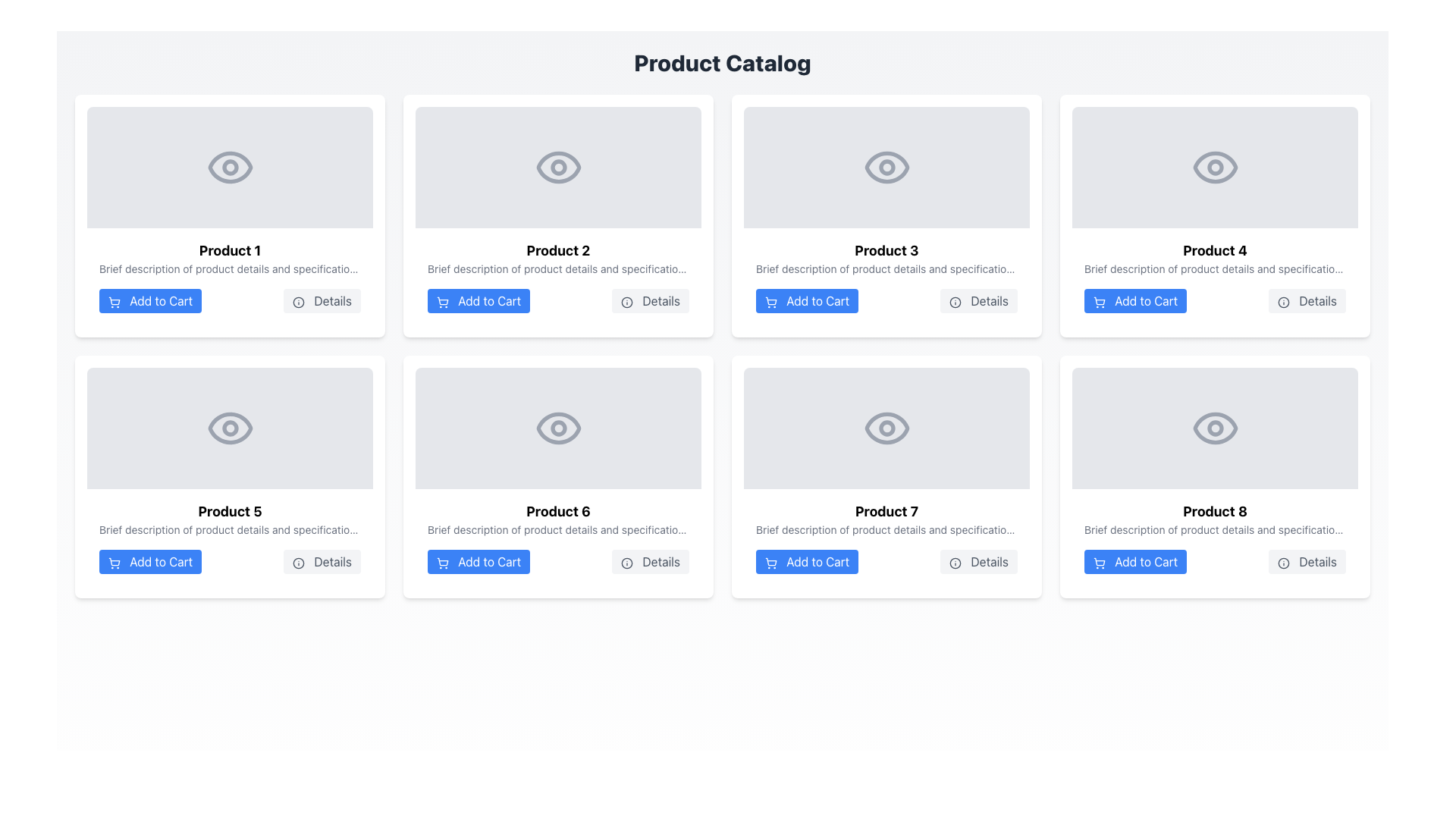  I want to click on the Text label displaying the product description for Product 6, located between the title 'Product 6' and the action button group, so click(557, 529).